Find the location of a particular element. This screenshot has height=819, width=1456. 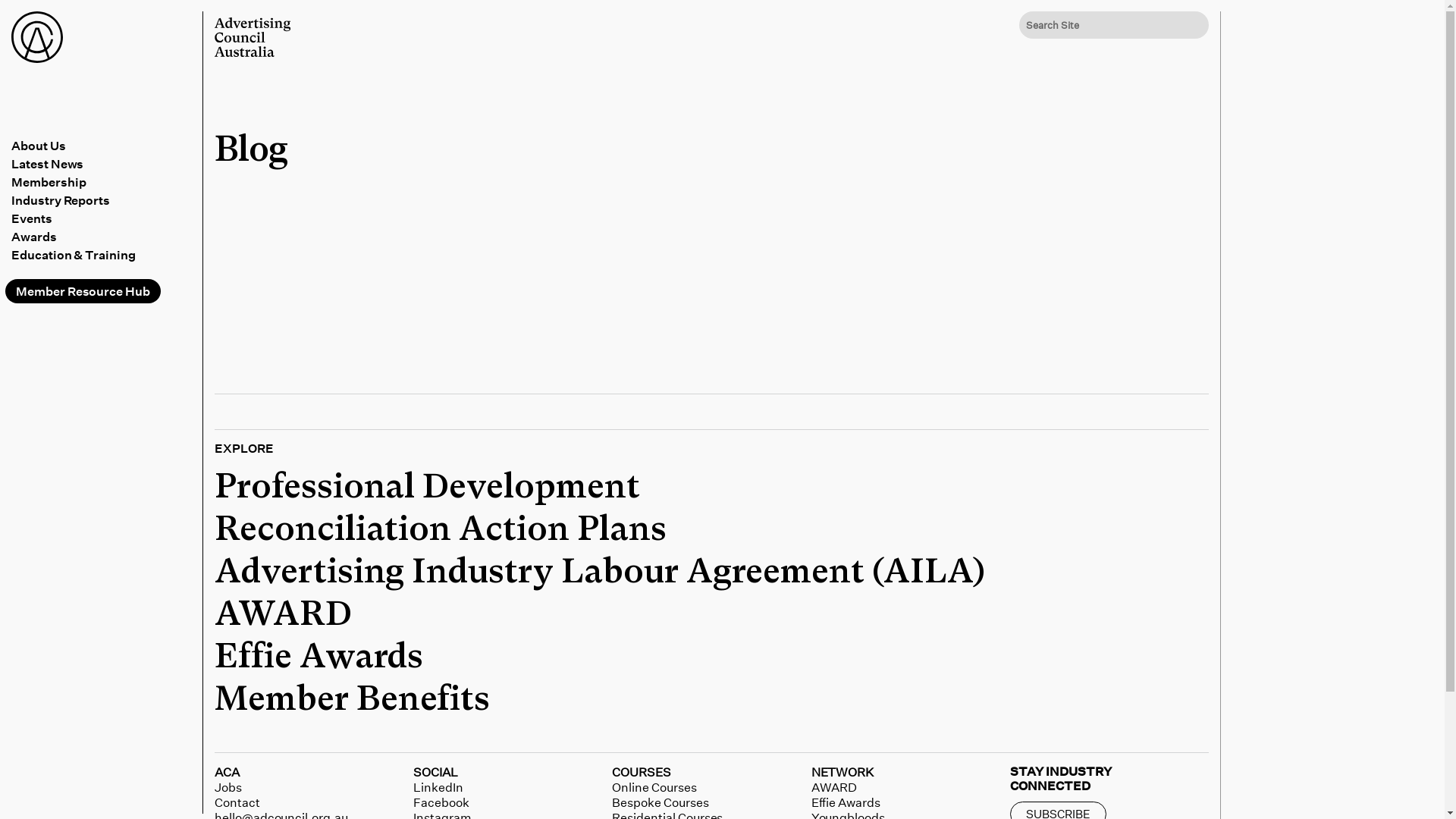

'Facebook' is located at coordinates (440, 801).